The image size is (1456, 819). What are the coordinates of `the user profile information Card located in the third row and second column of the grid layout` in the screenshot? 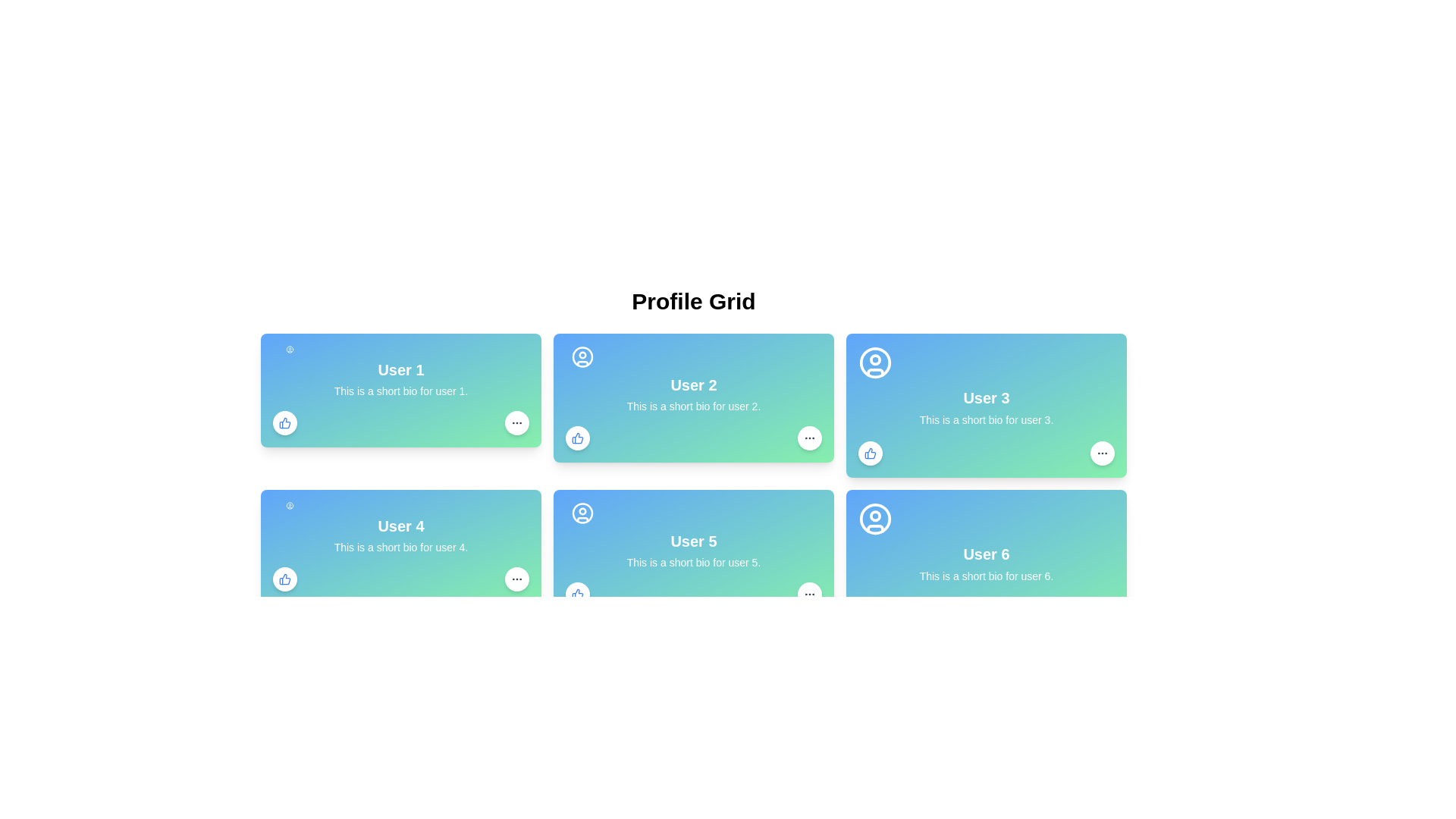 It's located at (693, 711).